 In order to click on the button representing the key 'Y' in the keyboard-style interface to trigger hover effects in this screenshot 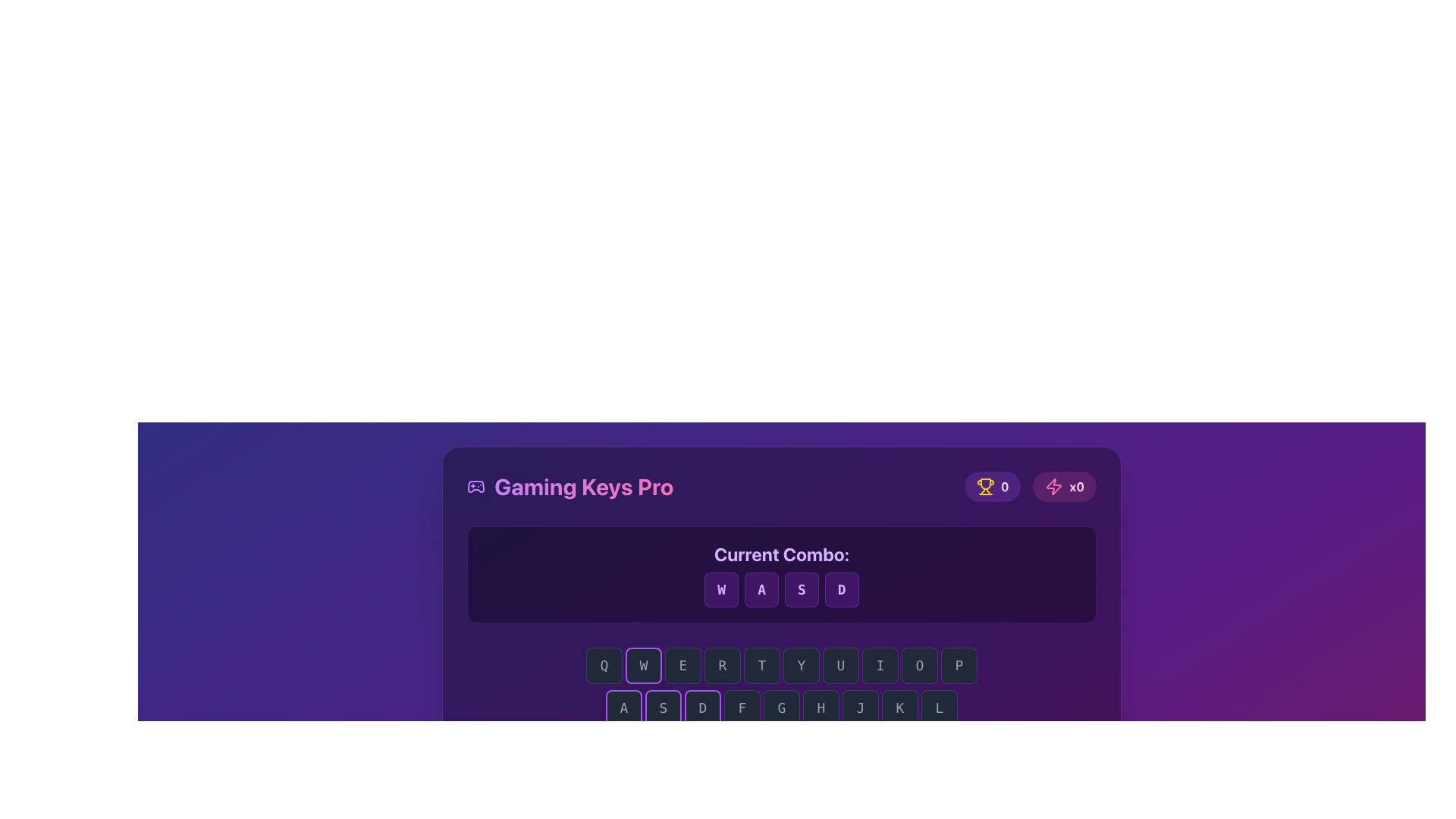, I will do `click(800, 665)`.